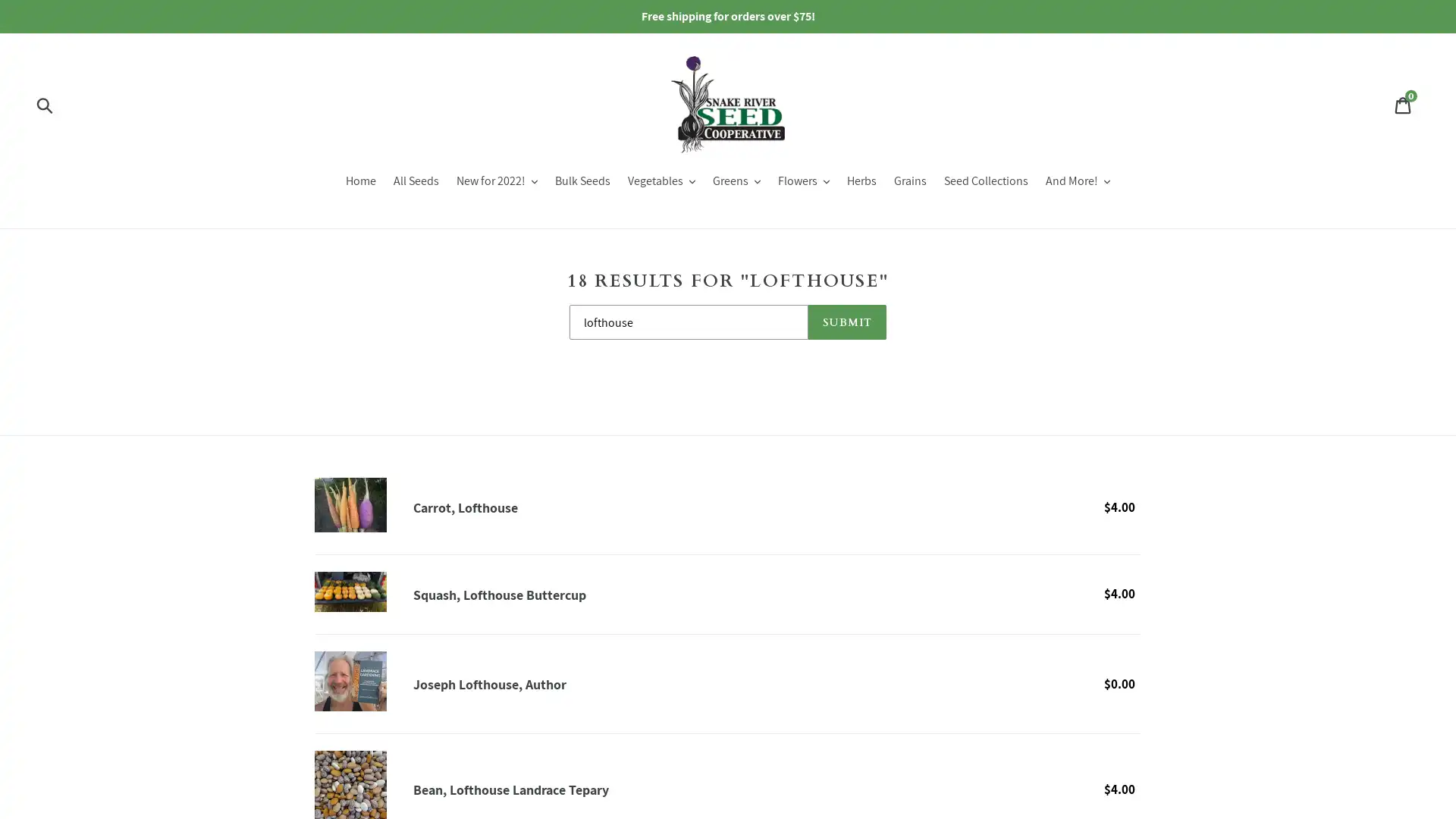  What do you see at coordinates (846, 321) in the screenshot?
I see `SUBMIT` at bounding box center [846, 321].